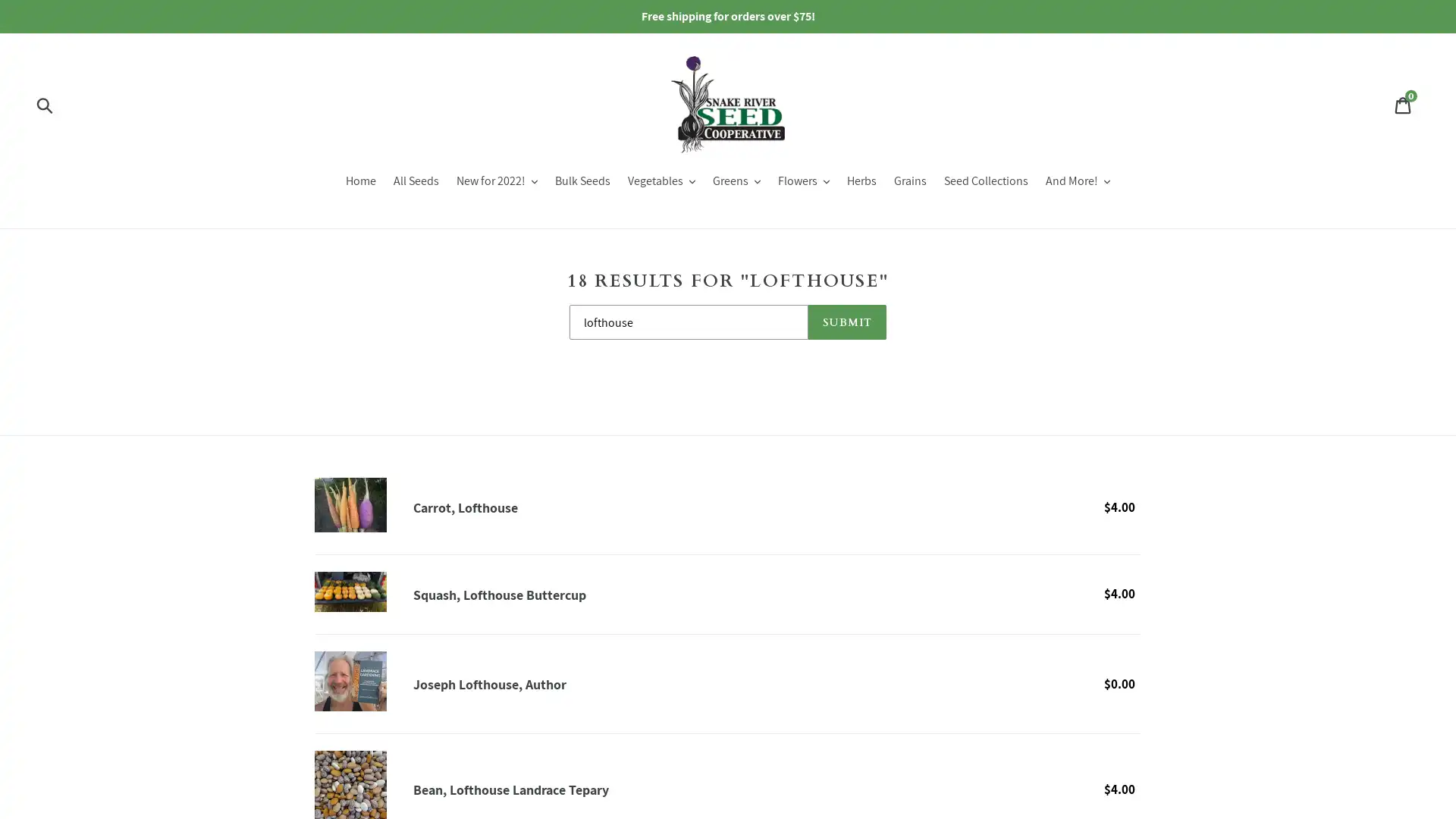  What do you see at coordinates (846, 321) in the screenshot?
I see `SUBMIT` at bounding box center [846, 321].